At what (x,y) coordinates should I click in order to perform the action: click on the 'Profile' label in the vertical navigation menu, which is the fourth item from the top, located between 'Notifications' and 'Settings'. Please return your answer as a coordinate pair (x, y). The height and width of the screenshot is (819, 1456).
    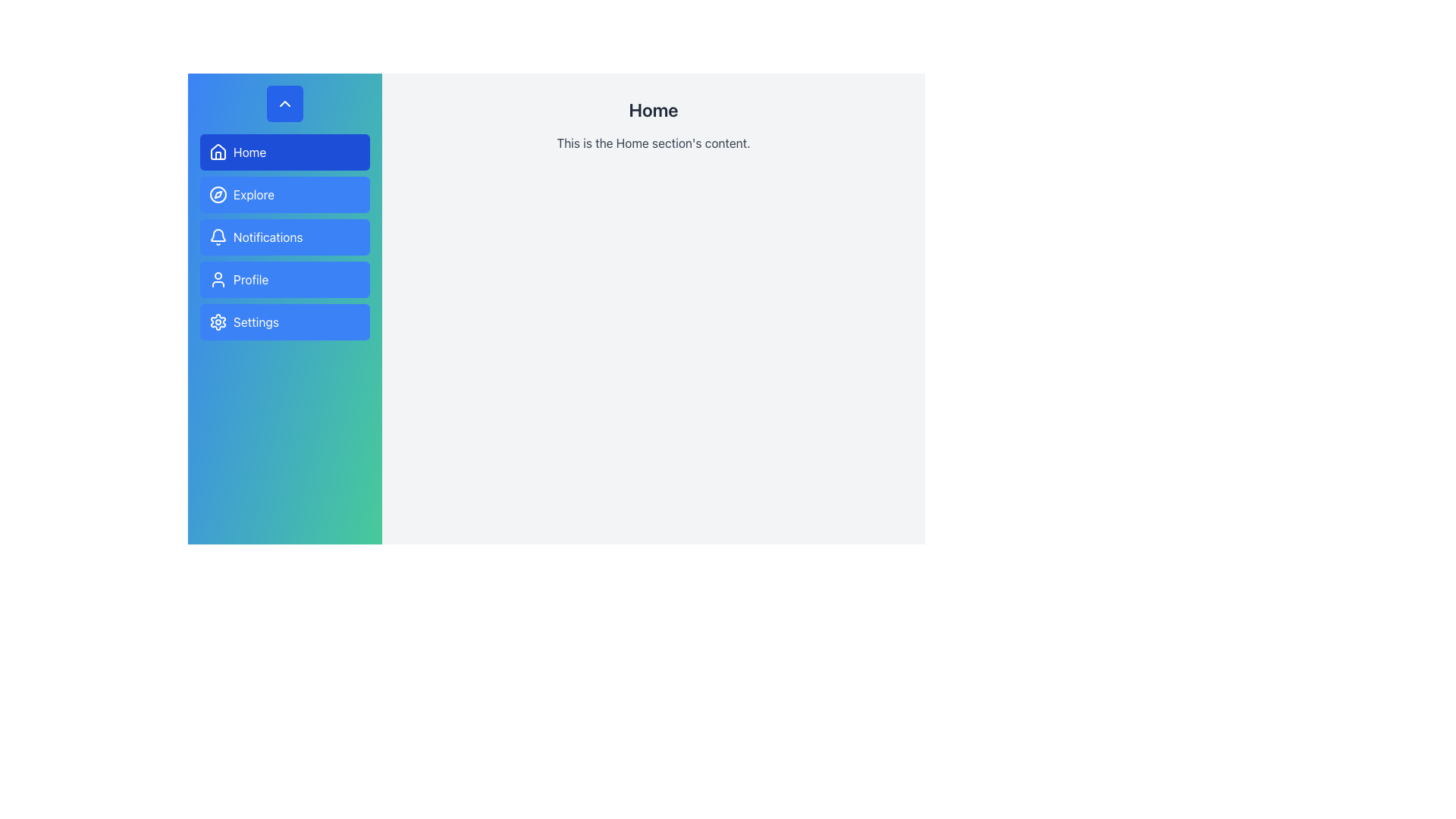
    Looking at the image, I should click on (251, 280).